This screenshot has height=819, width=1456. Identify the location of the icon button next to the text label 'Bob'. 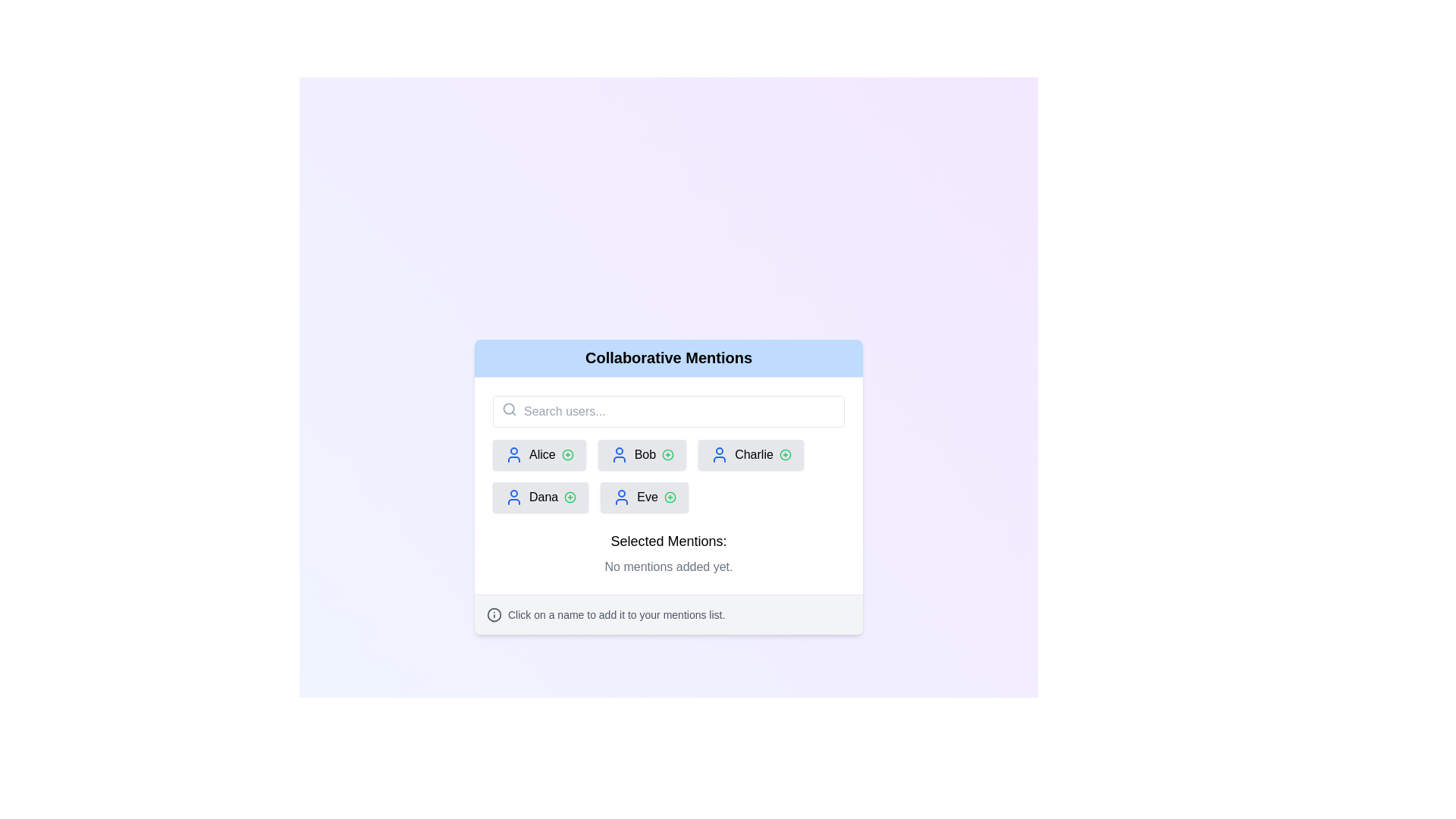
(667, 453).